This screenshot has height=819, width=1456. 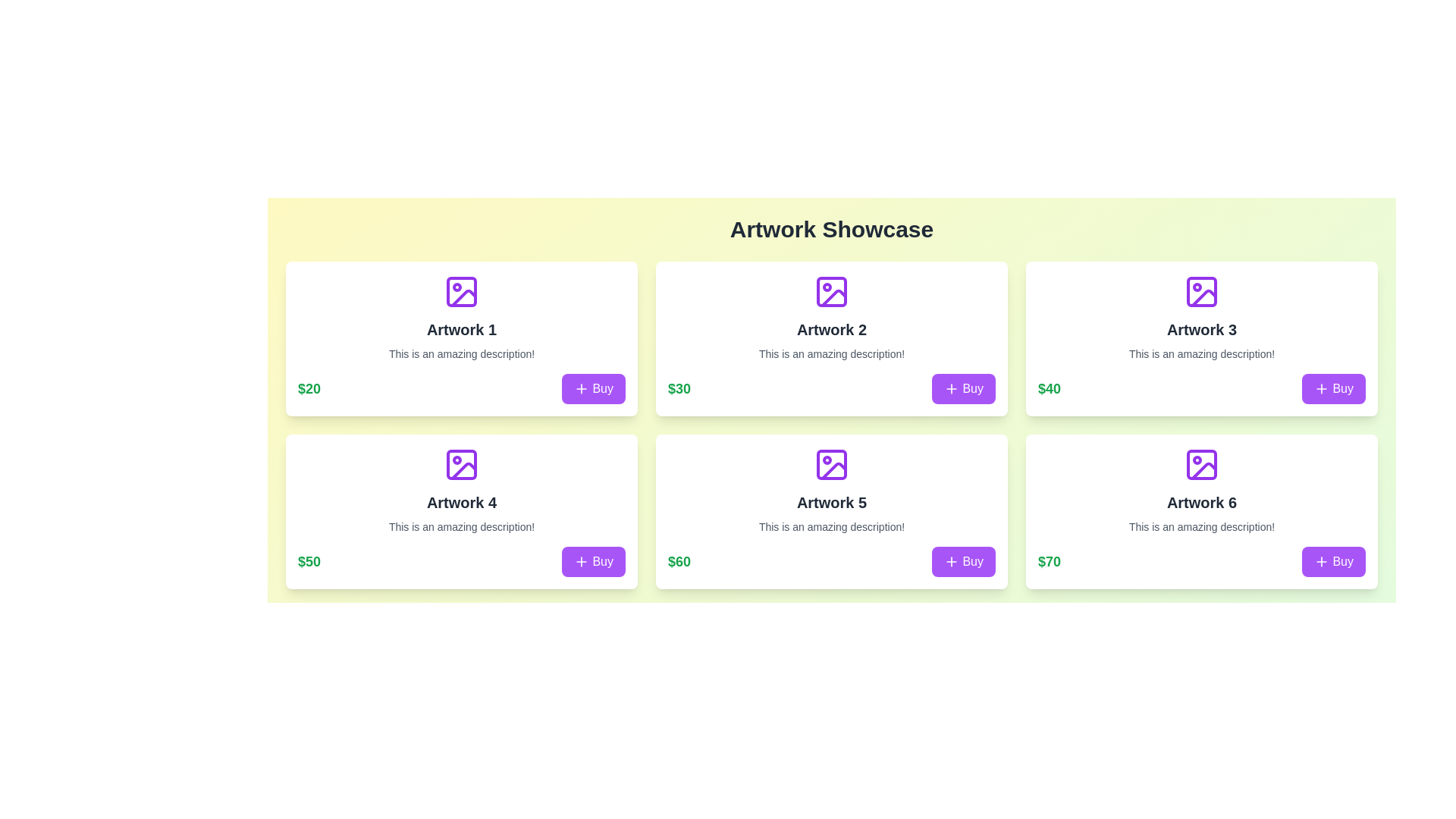 What do you see at coordinates (1200, 464) in the screenshot?
I see `the purple icon representing a picture, located at the center-top of the card for 'Artwork 6', which features a square frame with curved corners` at bounding box center [1200, 464].